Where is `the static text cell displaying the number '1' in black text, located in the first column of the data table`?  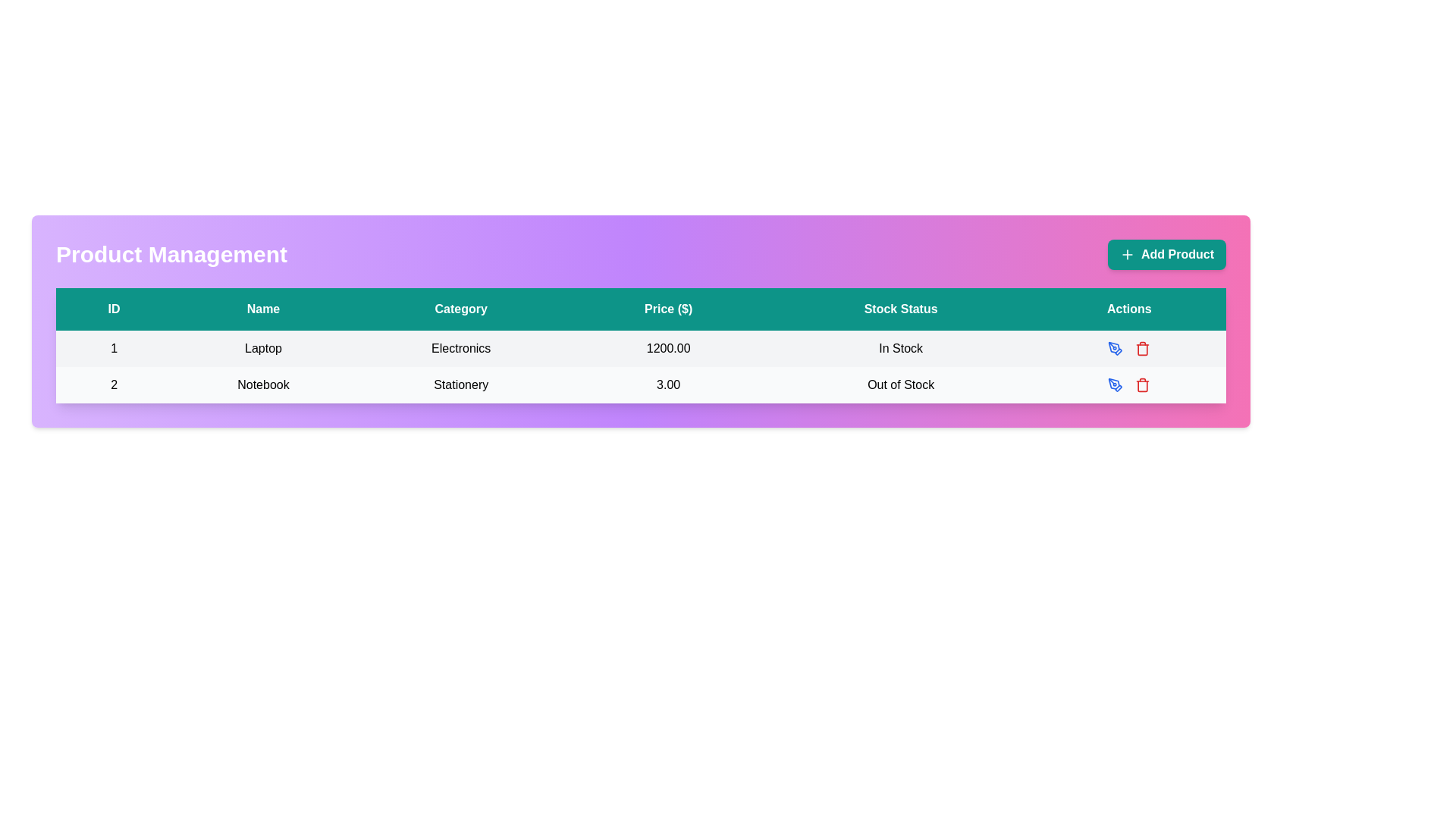 the static text cell displaying the number '1' in black text, located in the first column of the data table is located at coordinates (113, 348).